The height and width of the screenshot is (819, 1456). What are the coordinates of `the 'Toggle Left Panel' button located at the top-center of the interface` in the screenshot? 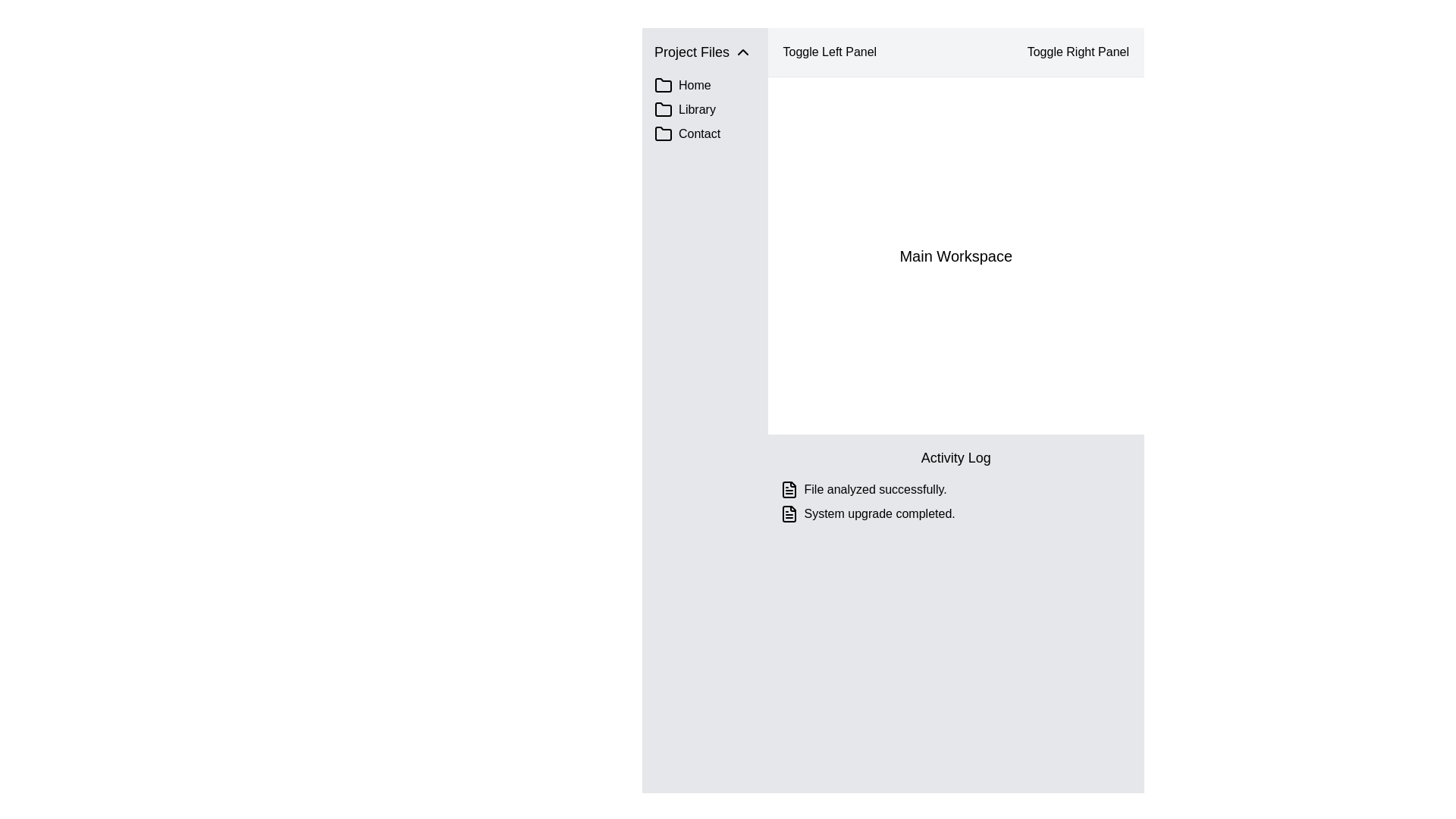 It's located at (829, 52).